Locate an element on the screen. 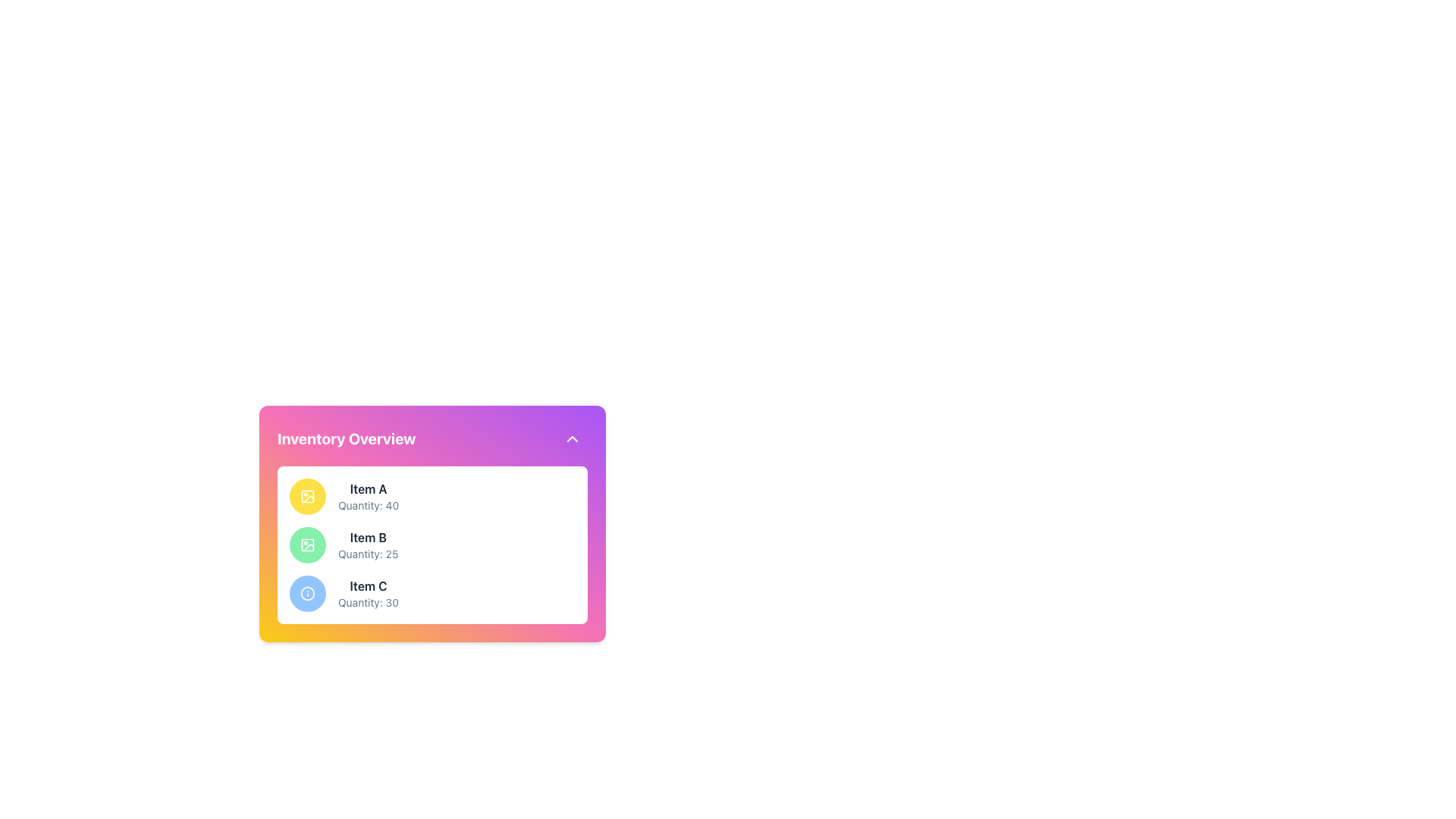  the icon representing 'Item A' located in the 'Inventory Overview' section, positioned to the left of the text 'Item A Quantity: 40' is located at coordinates (307, 497).